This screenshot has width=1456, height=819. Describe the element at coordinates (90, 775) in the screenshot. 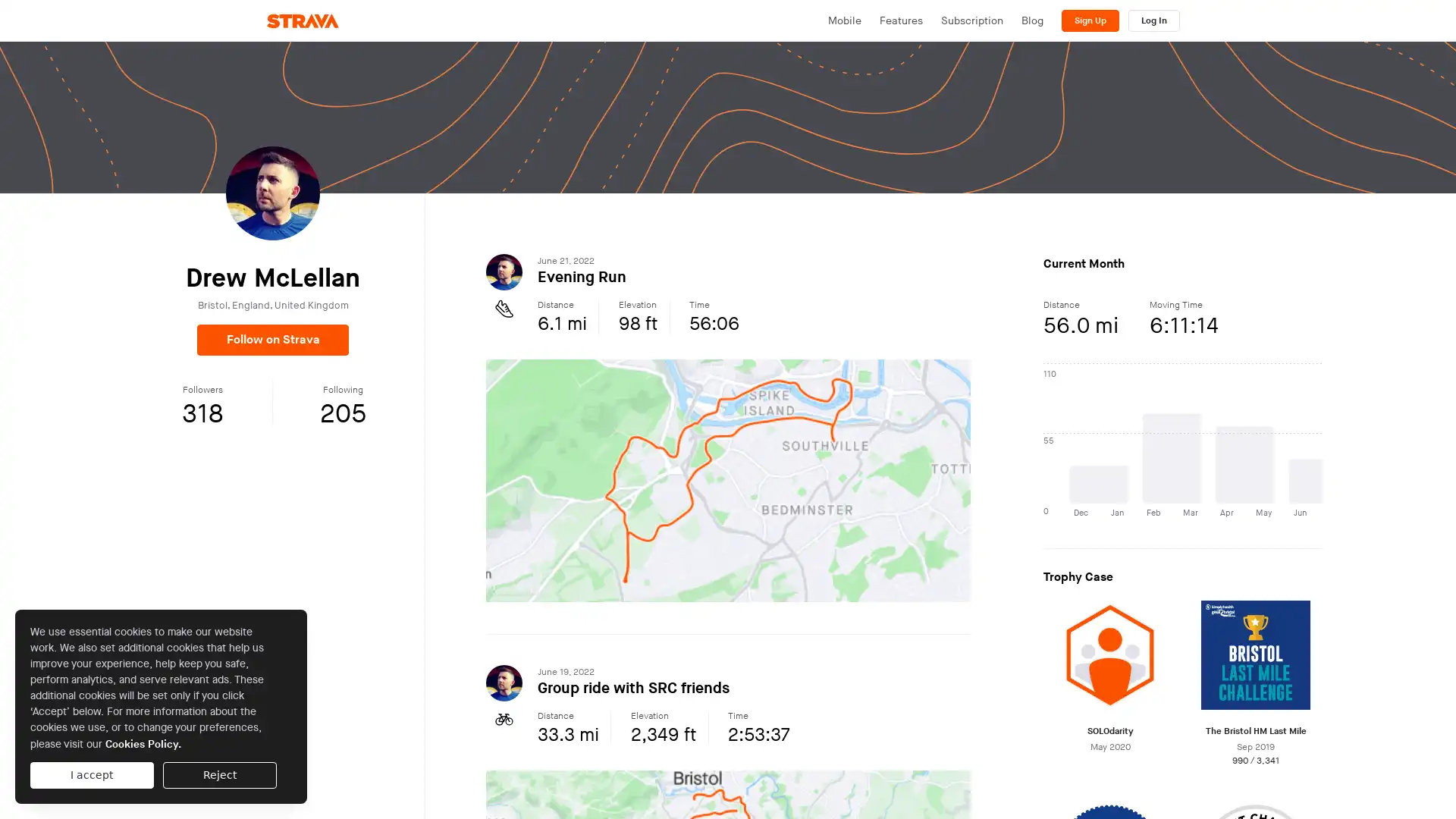

I see `I accept` at that location.